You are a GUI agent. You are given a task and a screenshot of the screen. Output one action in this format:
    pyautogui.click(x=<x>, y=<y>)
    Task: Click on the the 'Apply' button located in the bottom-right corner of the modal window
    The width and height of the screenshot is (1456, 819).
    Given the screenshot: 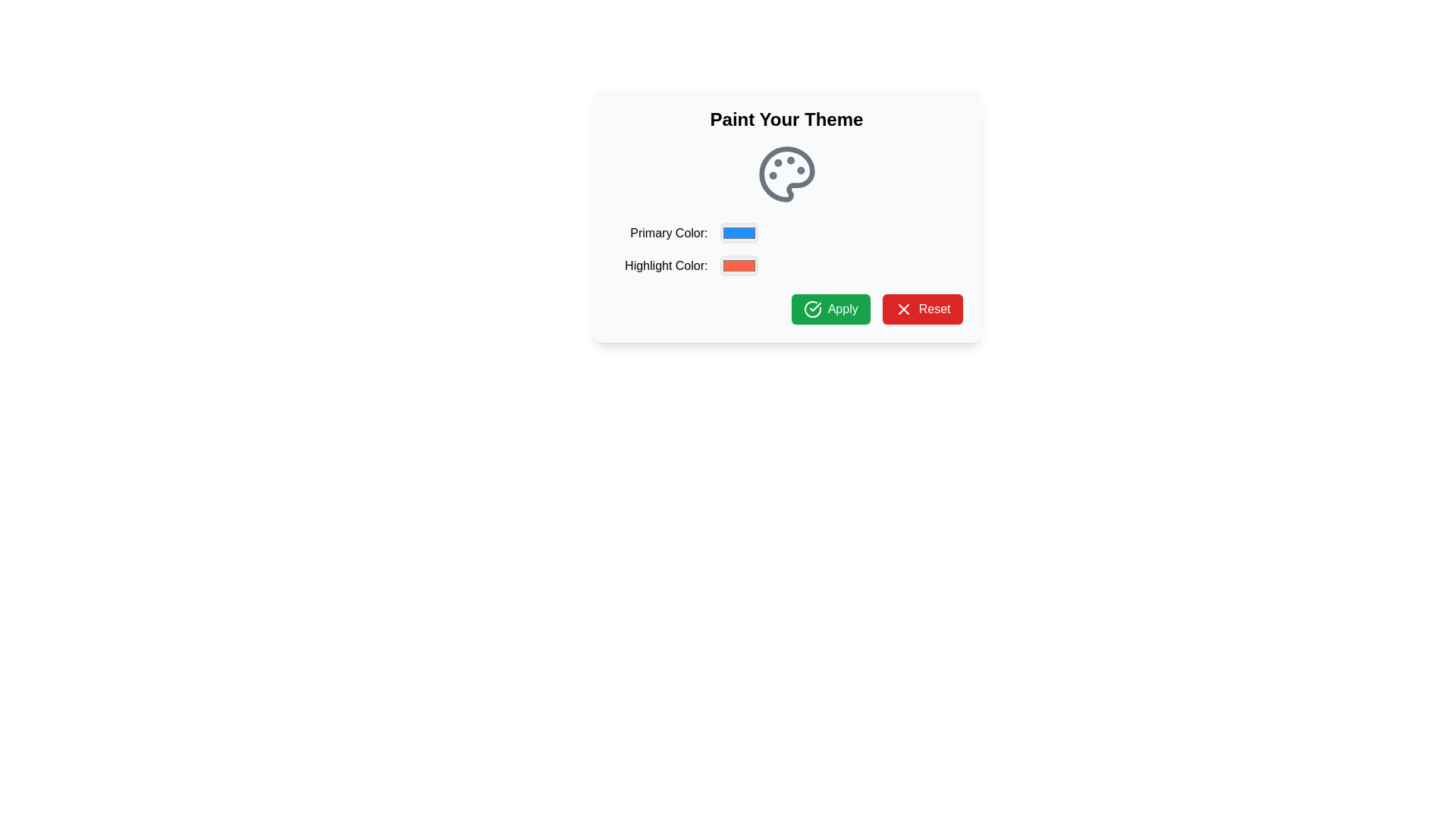 What is the action you would take?
    pyautogui.click(x=830, y=309)
    